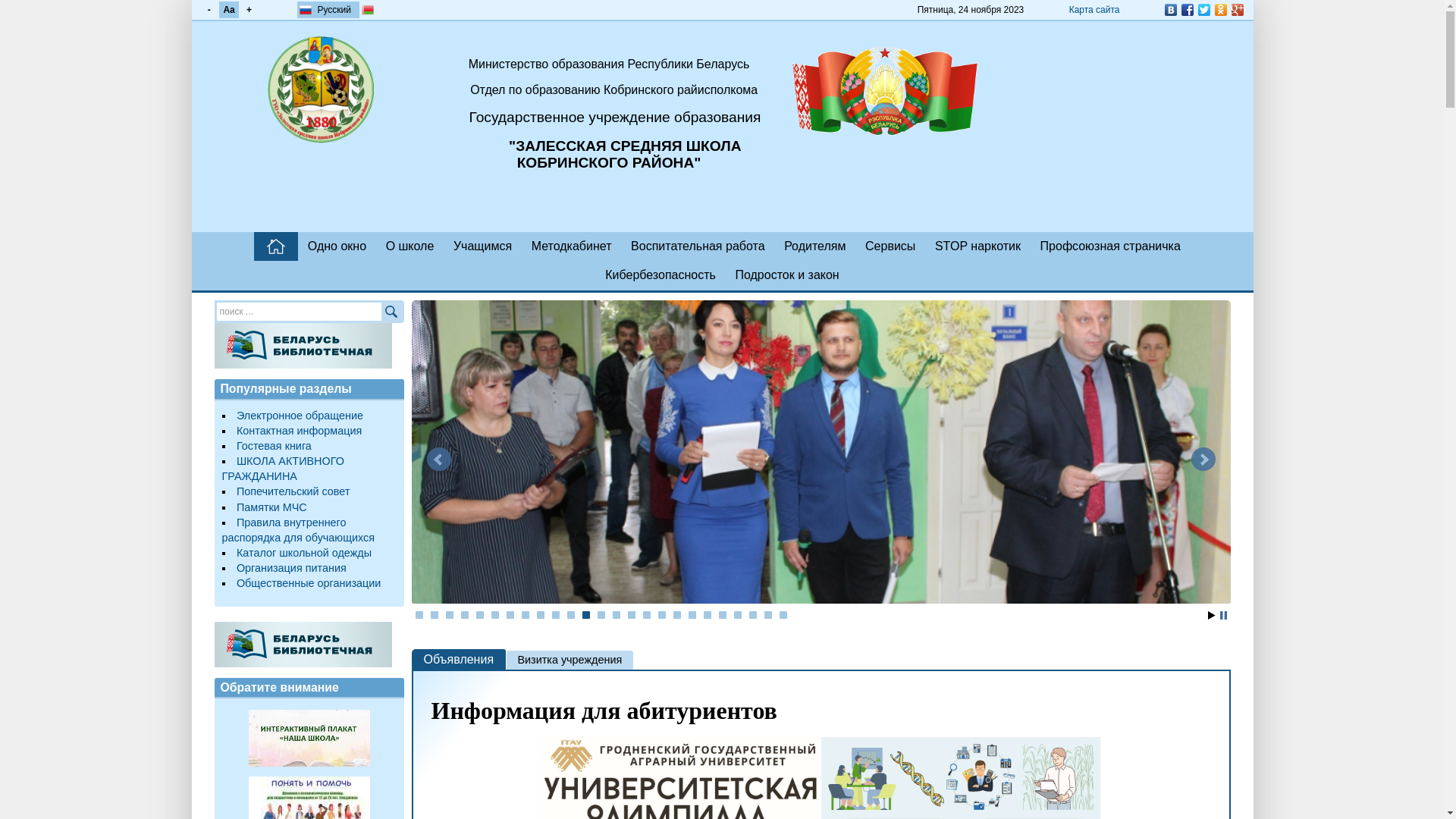  What do you see at coordinates (1178, 9) in the screenshot?
I see `'Facebook'` at bounding box center [1178, 9].